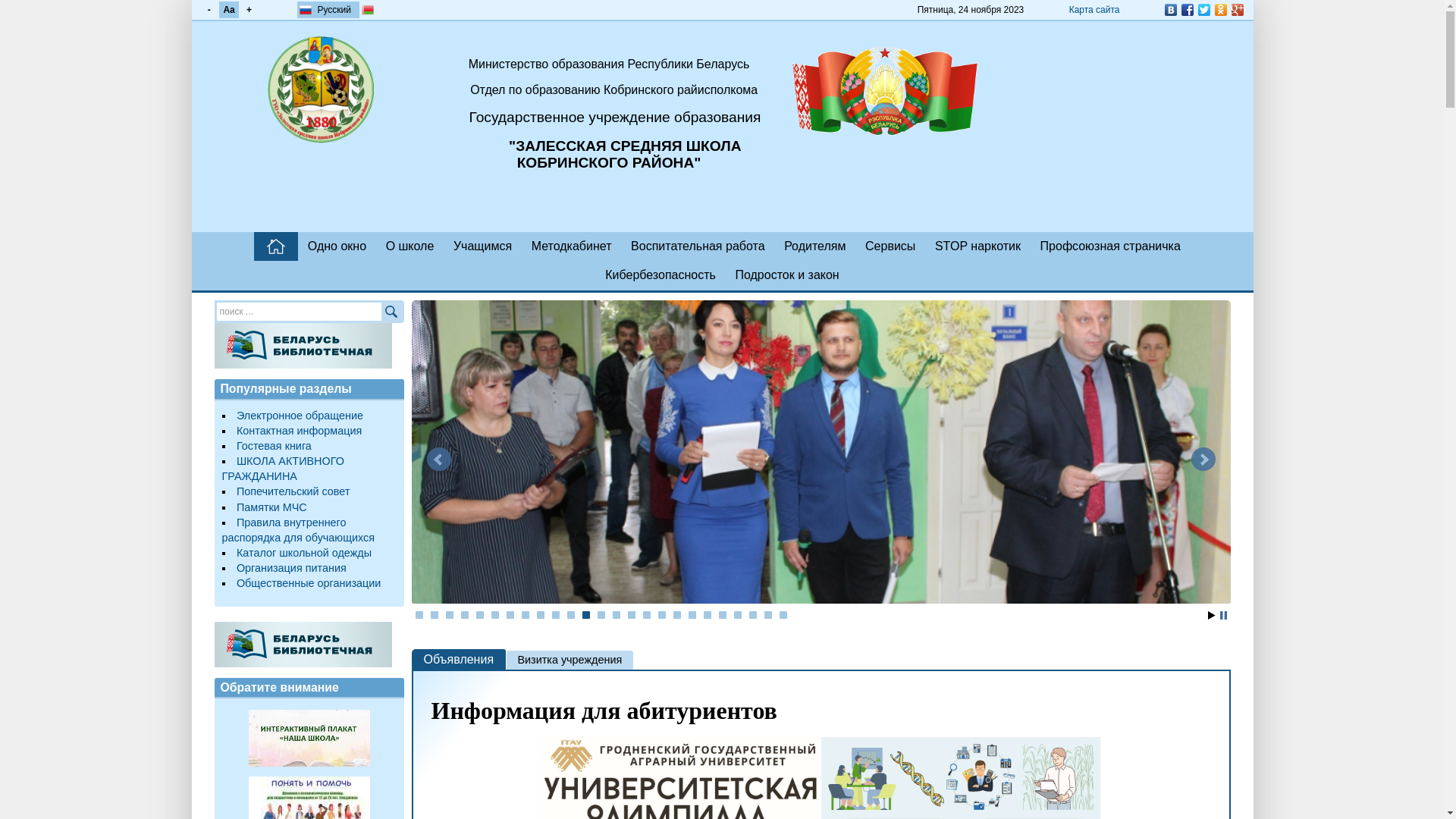  What do you see at coordinates (1178, 9) in the screenshot?
I see `'Facebook'` at bounding box center [1178, 9].